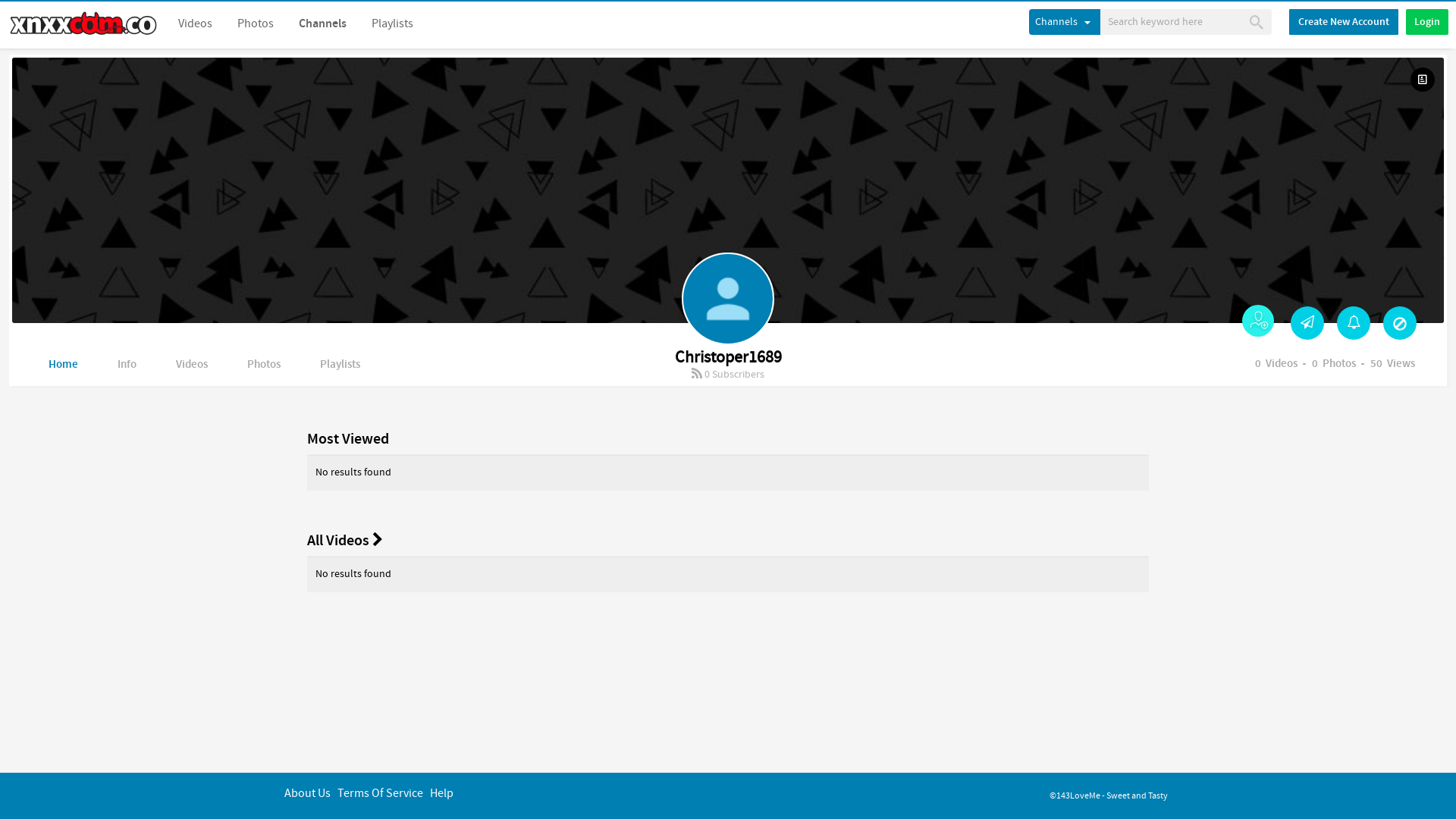 Image resolution: width=1456 pixels, height=819 pixels. I want to click on 'Help', so click(441, 792).